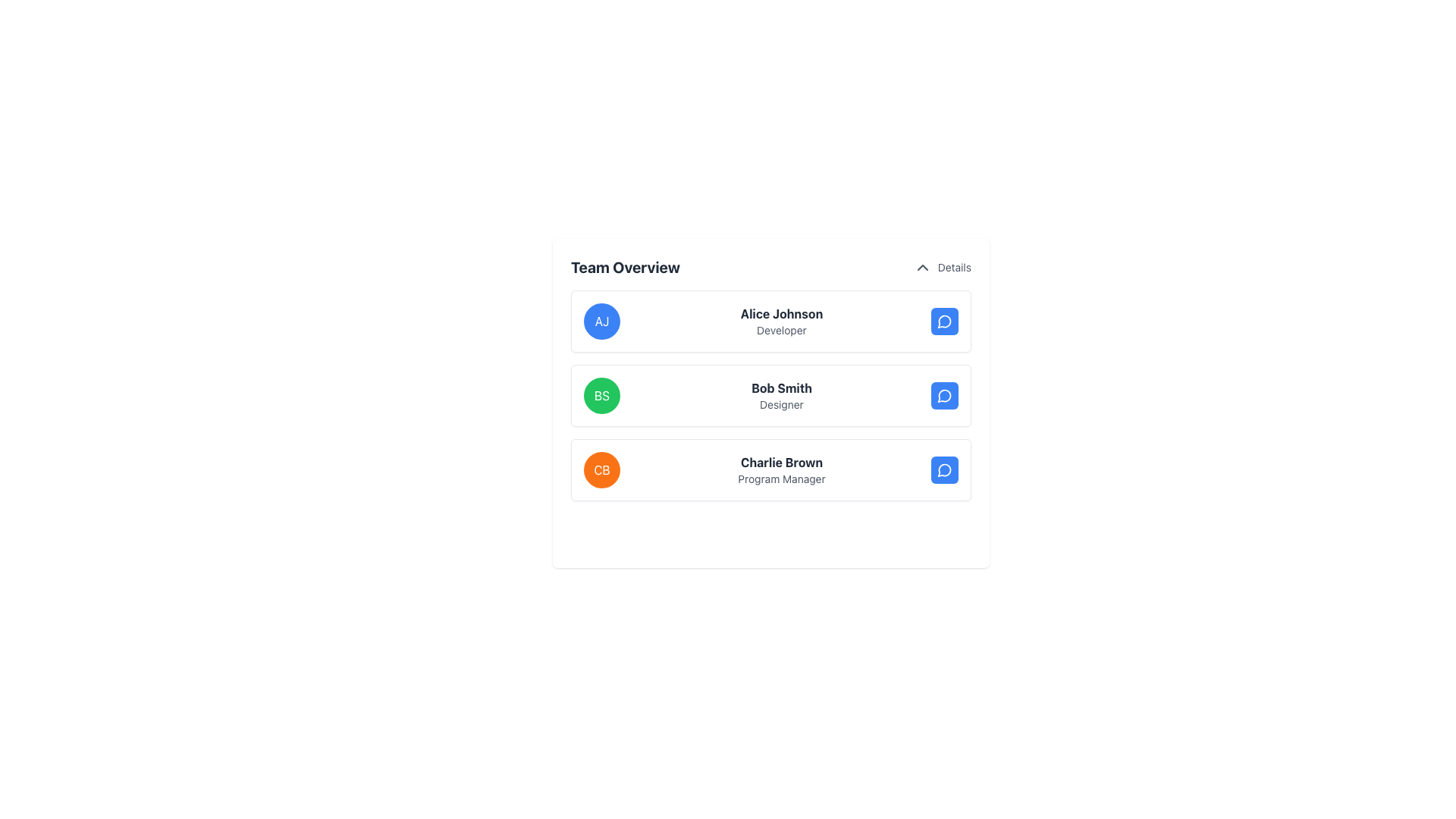  I want to click on the text element displaying the name 'Alice Johnson', which is positioned in the first row of the team list, next to the avatar marked 'AJ', and above the title 'Developer', so click(782, 312).